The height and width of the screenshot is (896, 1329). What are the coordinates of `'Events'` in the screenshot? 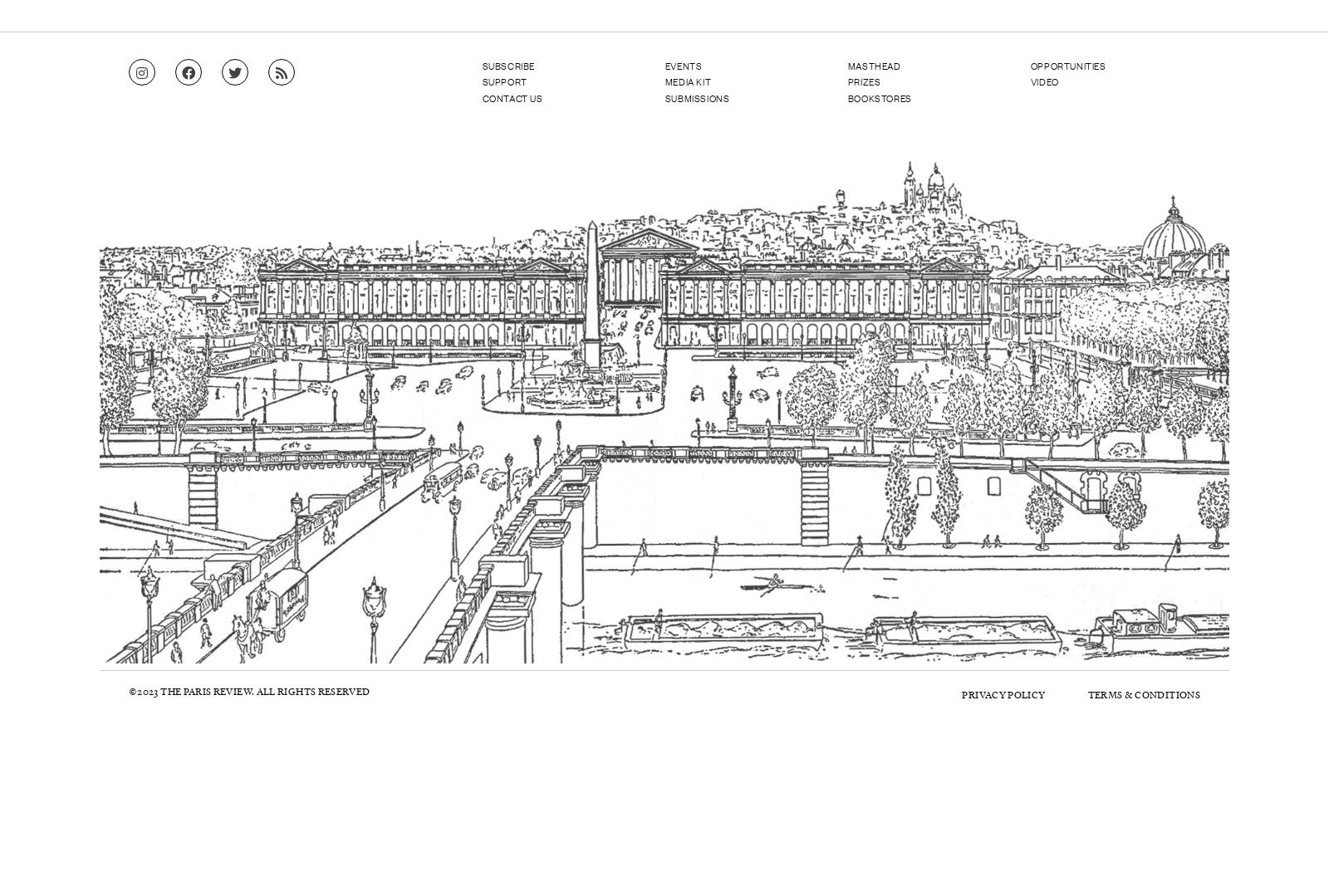 It's located at (682, 64).